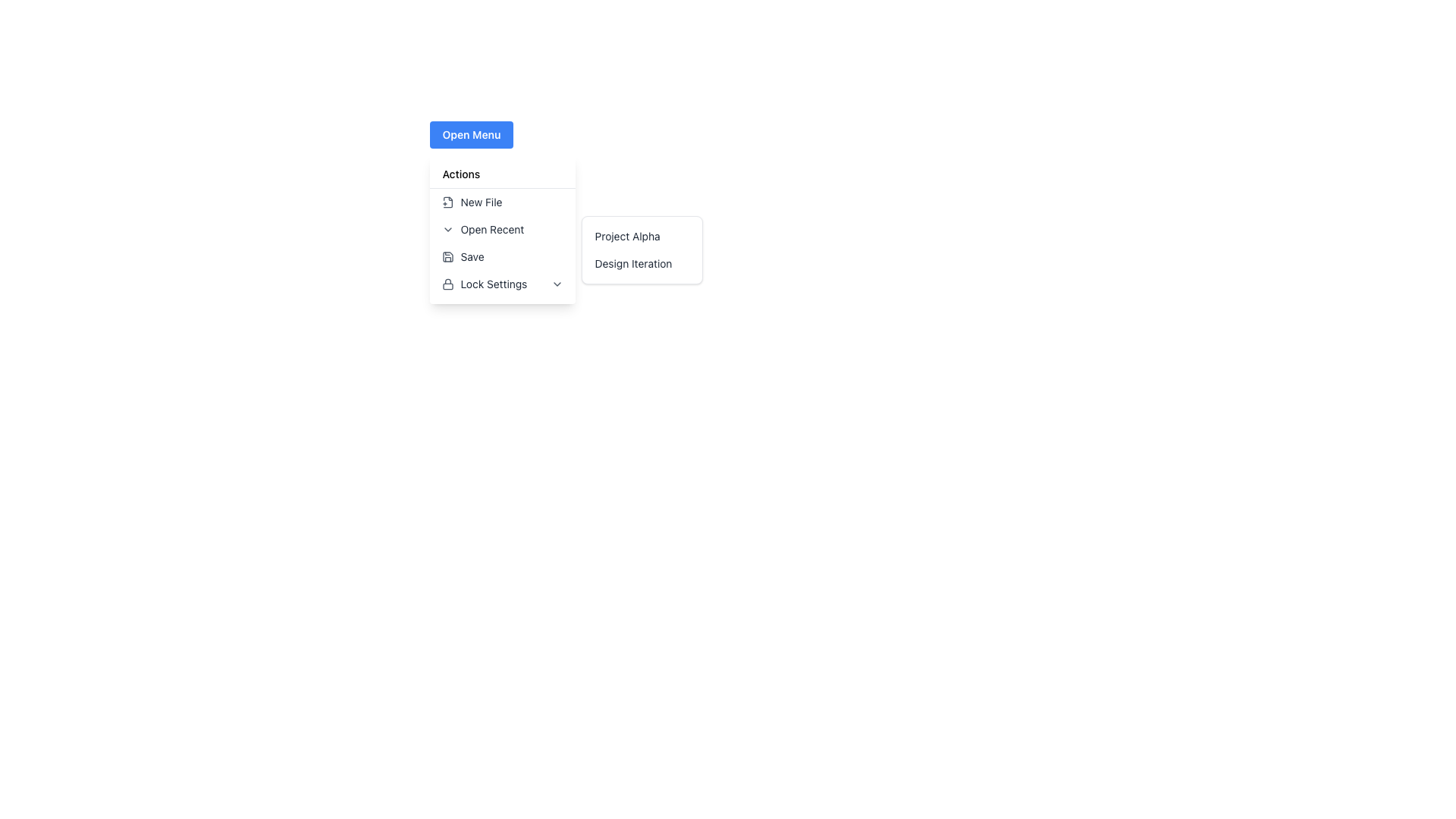  What do you see at coordinates (557, 284) in the screenshot?
I see `the downward-pointing chevron icon in dark gray, which is positioned to the right of the 'Lock Settings' text label` at bounding box center [557, 284].